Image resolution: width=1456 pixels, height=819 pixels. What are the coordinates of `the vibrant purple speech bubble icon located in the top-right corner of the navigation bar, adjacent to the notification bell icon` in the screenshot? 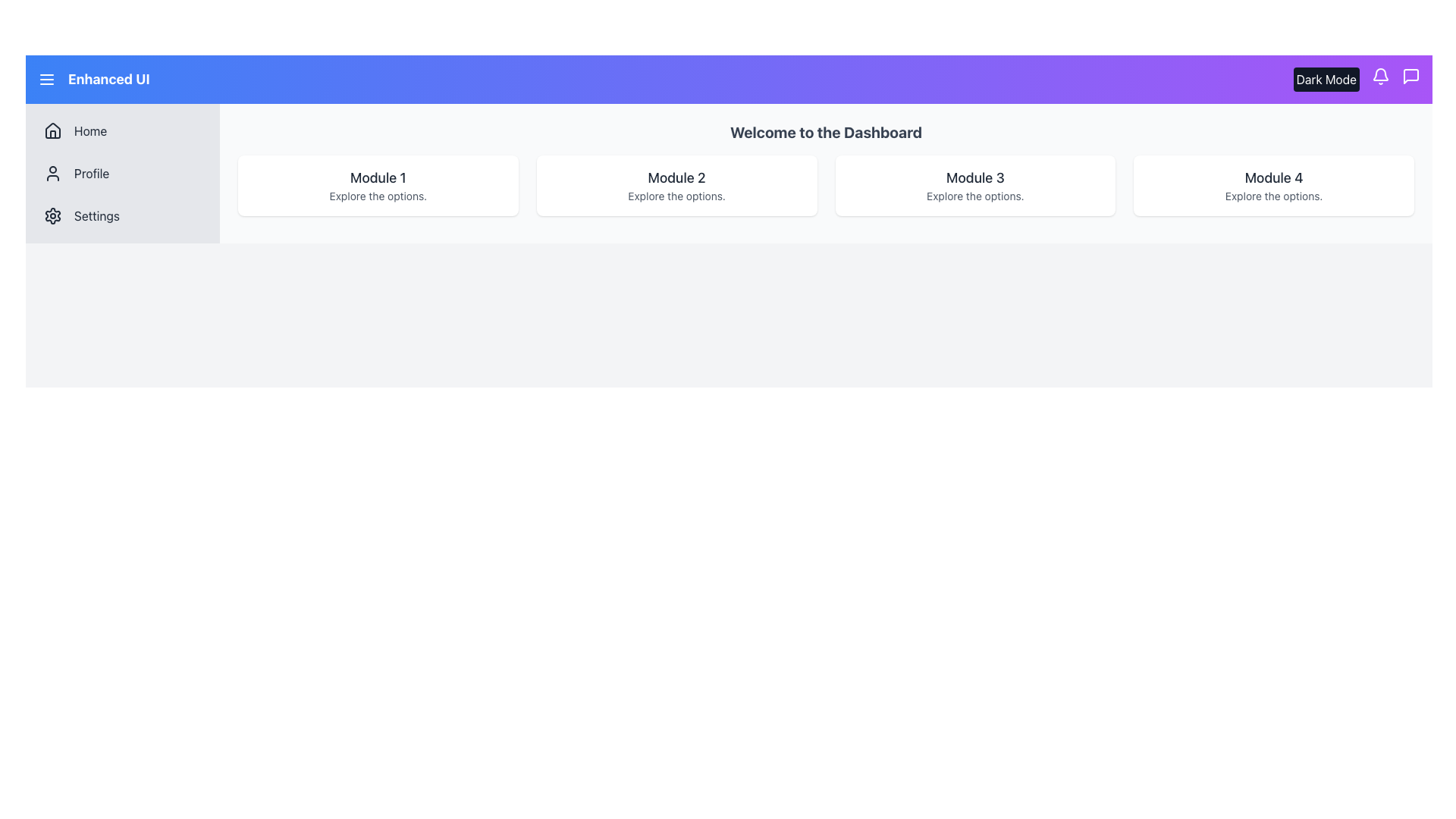 It's located at (1410, 76).